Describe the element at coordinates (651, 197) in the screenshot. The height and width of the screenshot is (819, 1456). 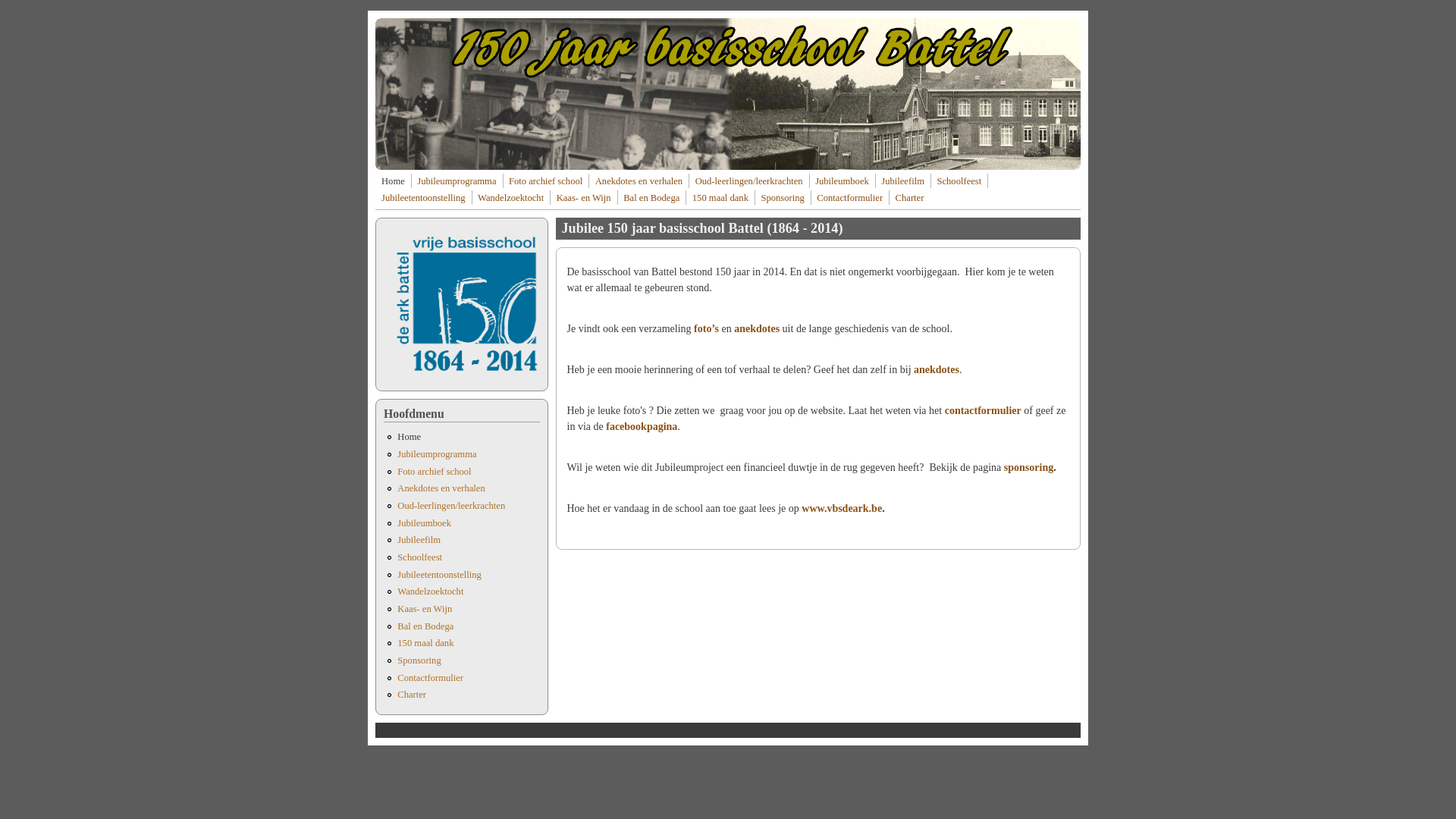
I see `'Bal en Bodega'` at that location.